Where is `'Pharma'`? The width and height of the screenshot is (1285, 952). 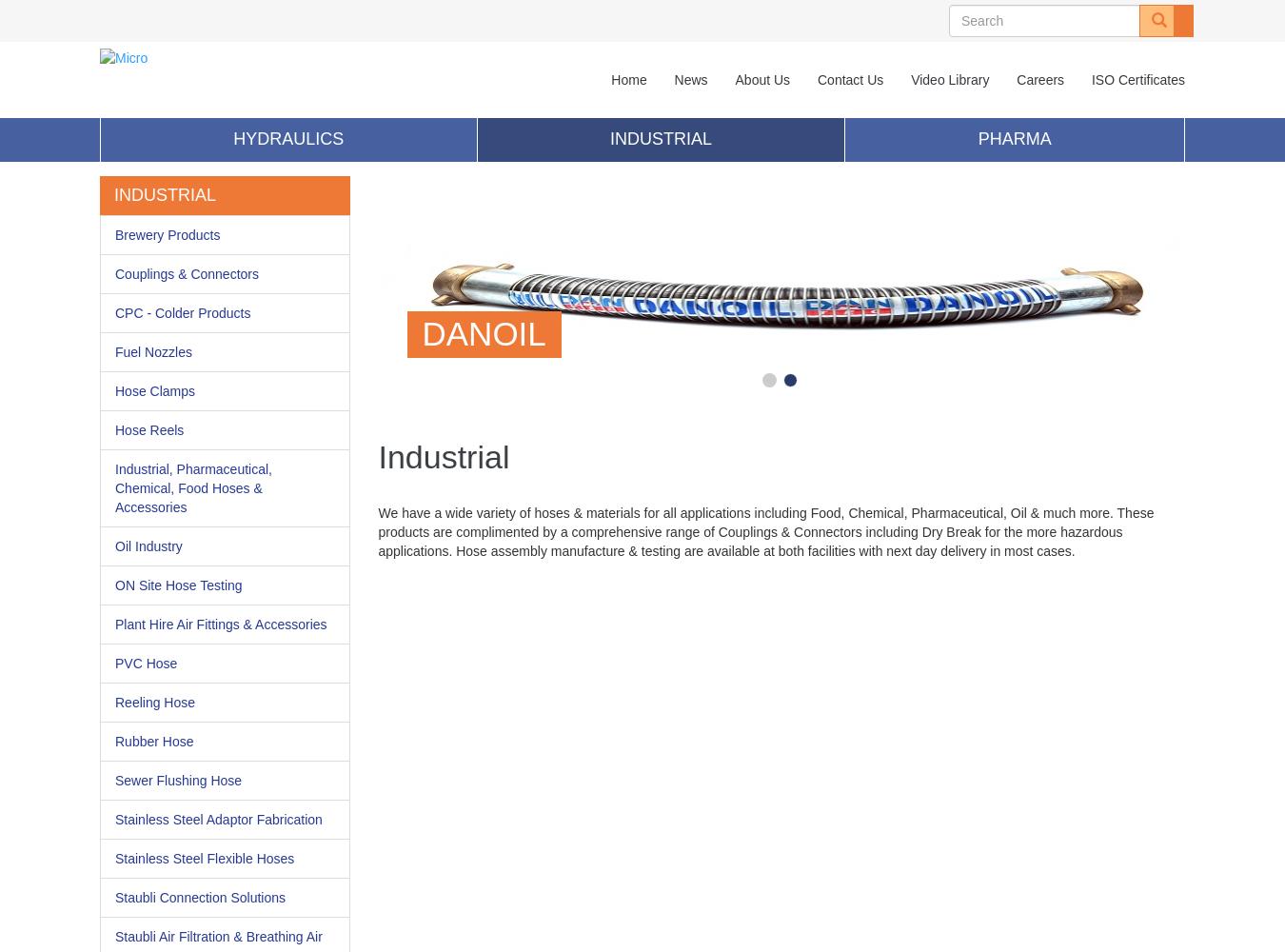
'Pharma' is located at coordinates (1014, 139).